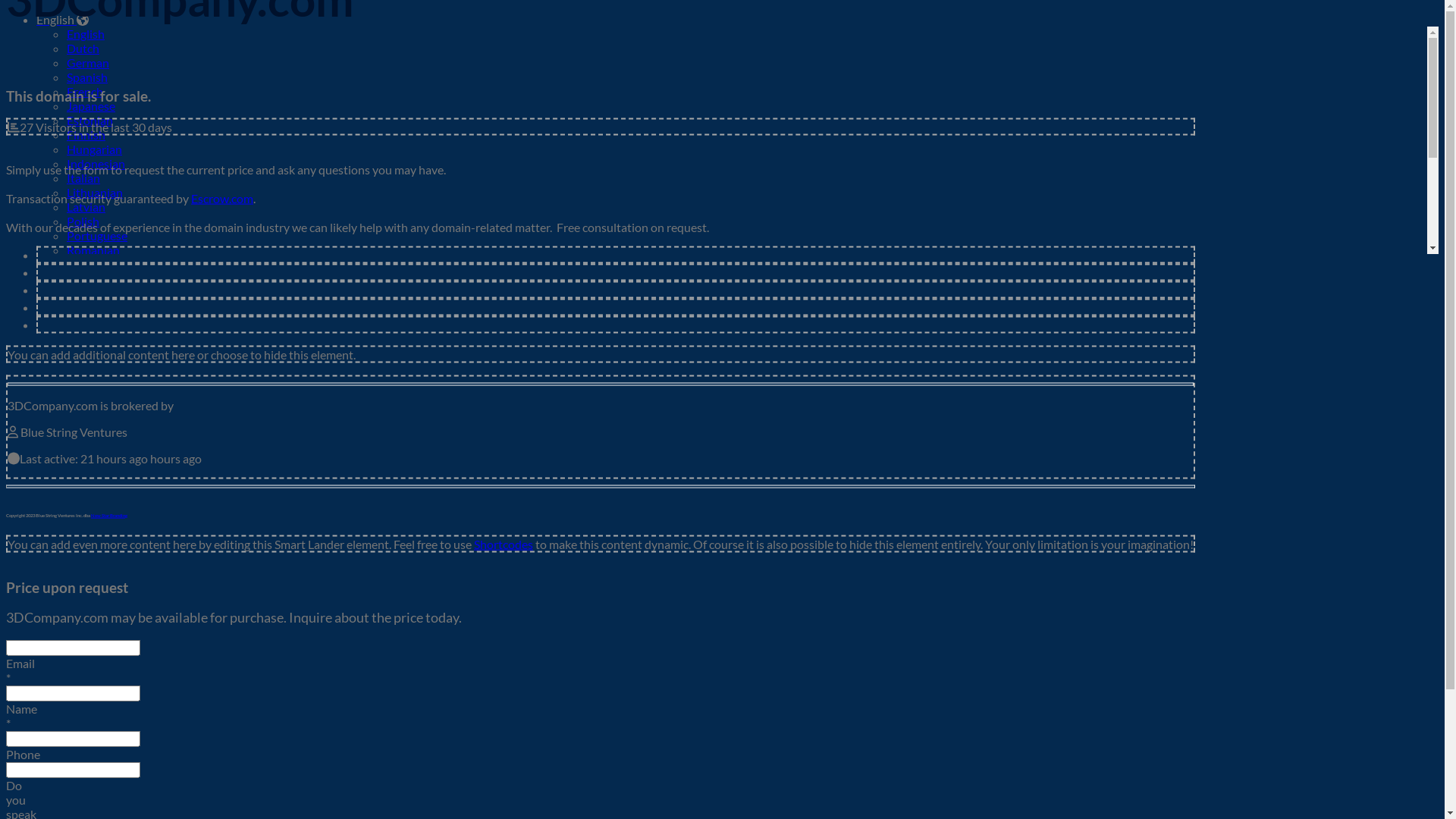 The image size is (1456, 819). Describe the element at coordinates (65, 235) in the screenshot. I see `'Portuguese'` at that location.